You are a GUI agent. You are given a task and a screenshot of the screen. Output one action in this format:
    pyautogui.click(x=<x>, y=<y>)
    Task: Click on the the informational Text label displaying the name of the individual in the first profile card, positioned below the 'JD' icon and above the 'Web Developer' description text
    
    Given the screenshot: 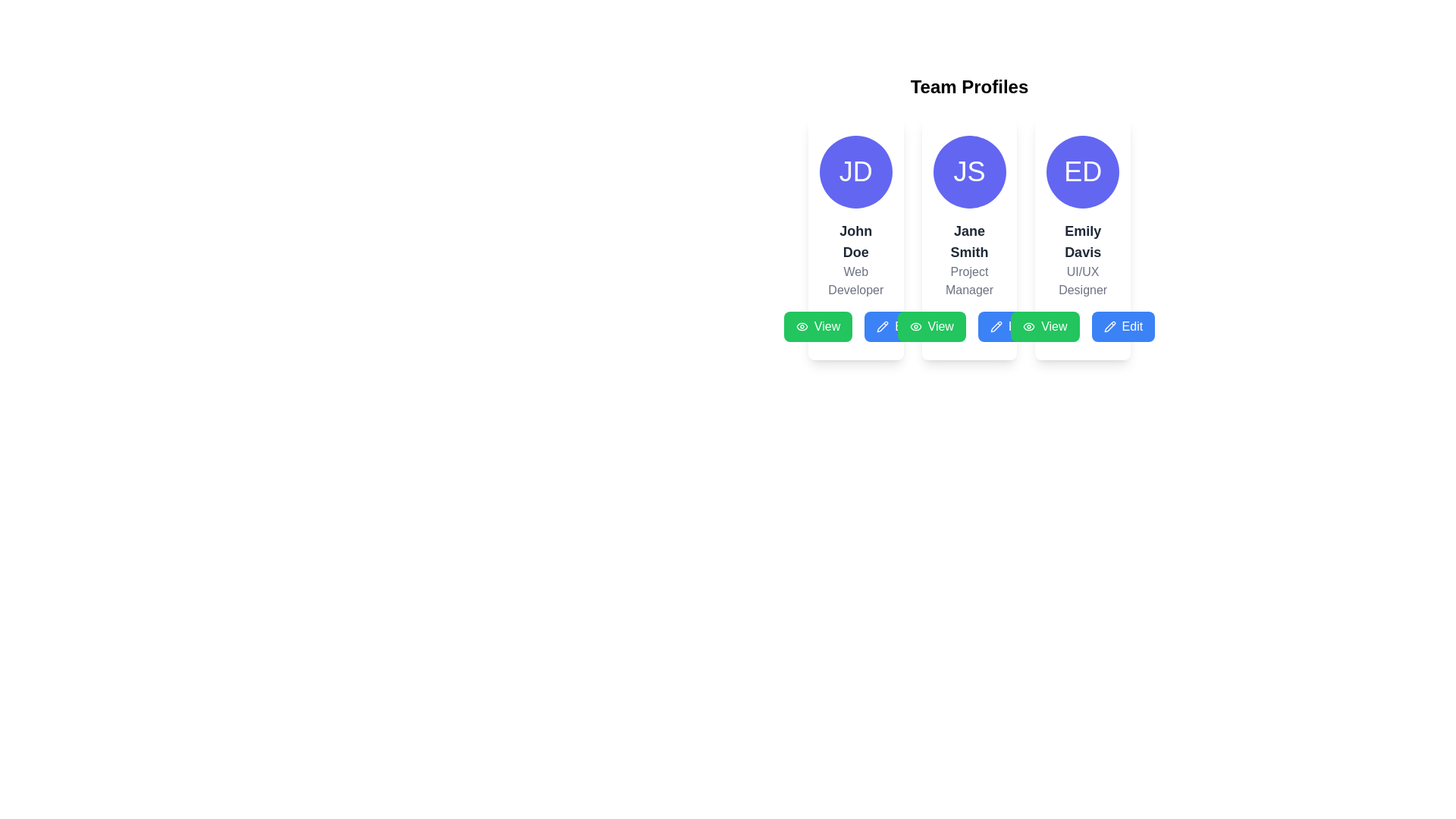 What is the action you would take?
    pyautogui.click(x=855, y=241)
    